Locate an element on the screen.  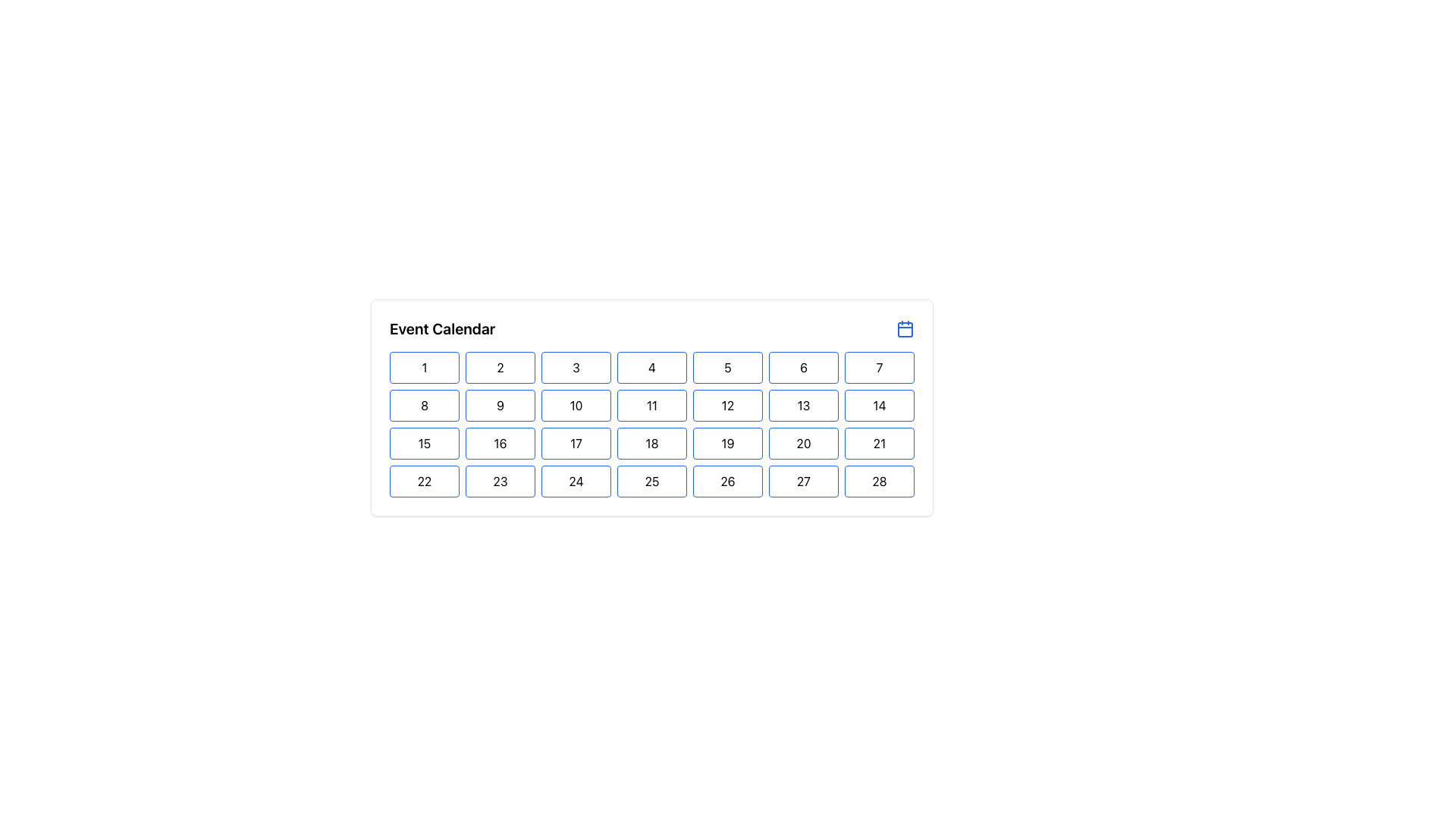
the rectangular button labeled '14' in the second row, seventh column of the Event Calendar grid is located at coordinates (880, 405).